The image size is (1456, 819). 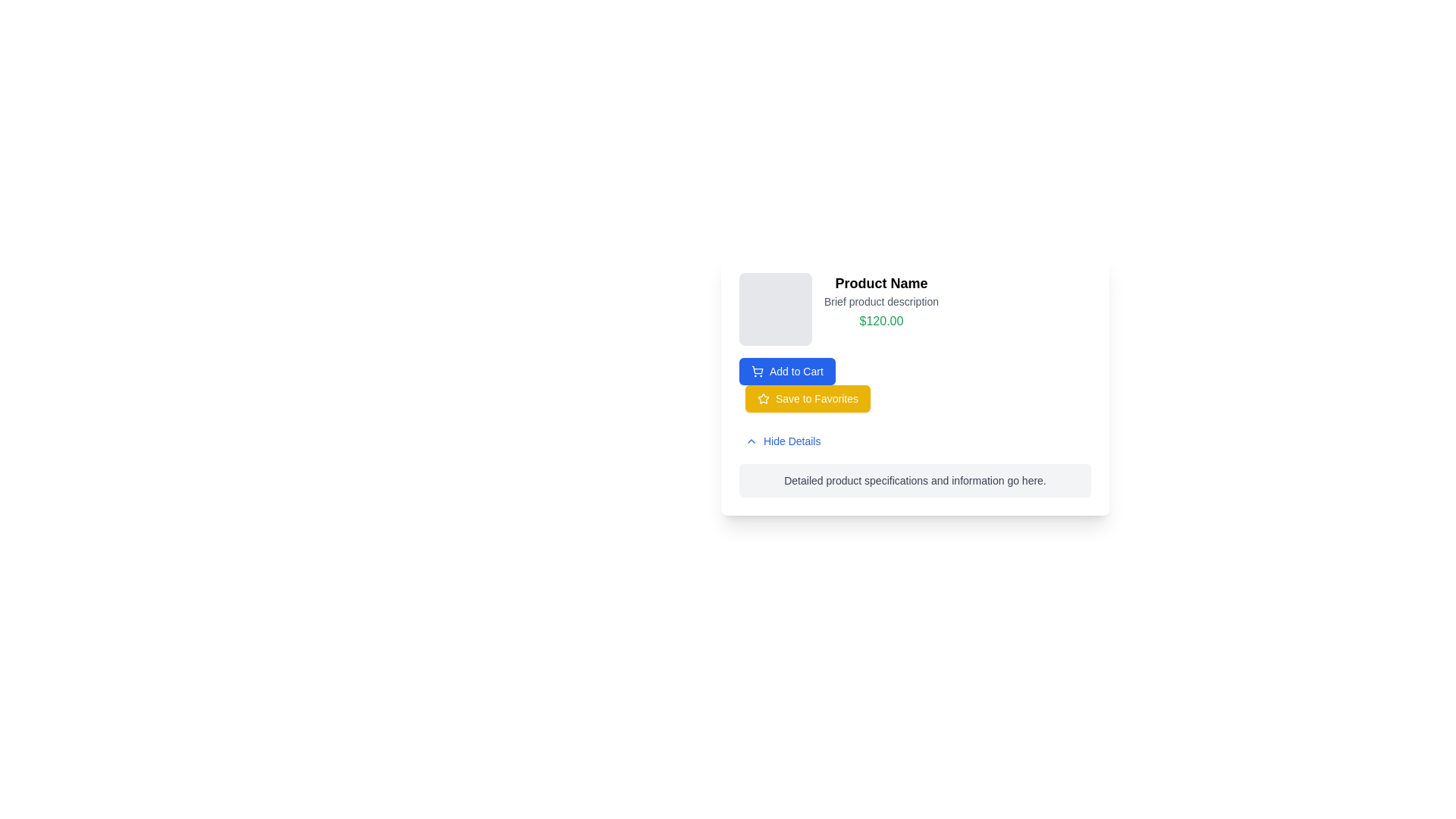 I want to click on the yellow star-shaped icon within the 'Save to Favorites' button, located to the left of the text label, so click(x=764, y=397).